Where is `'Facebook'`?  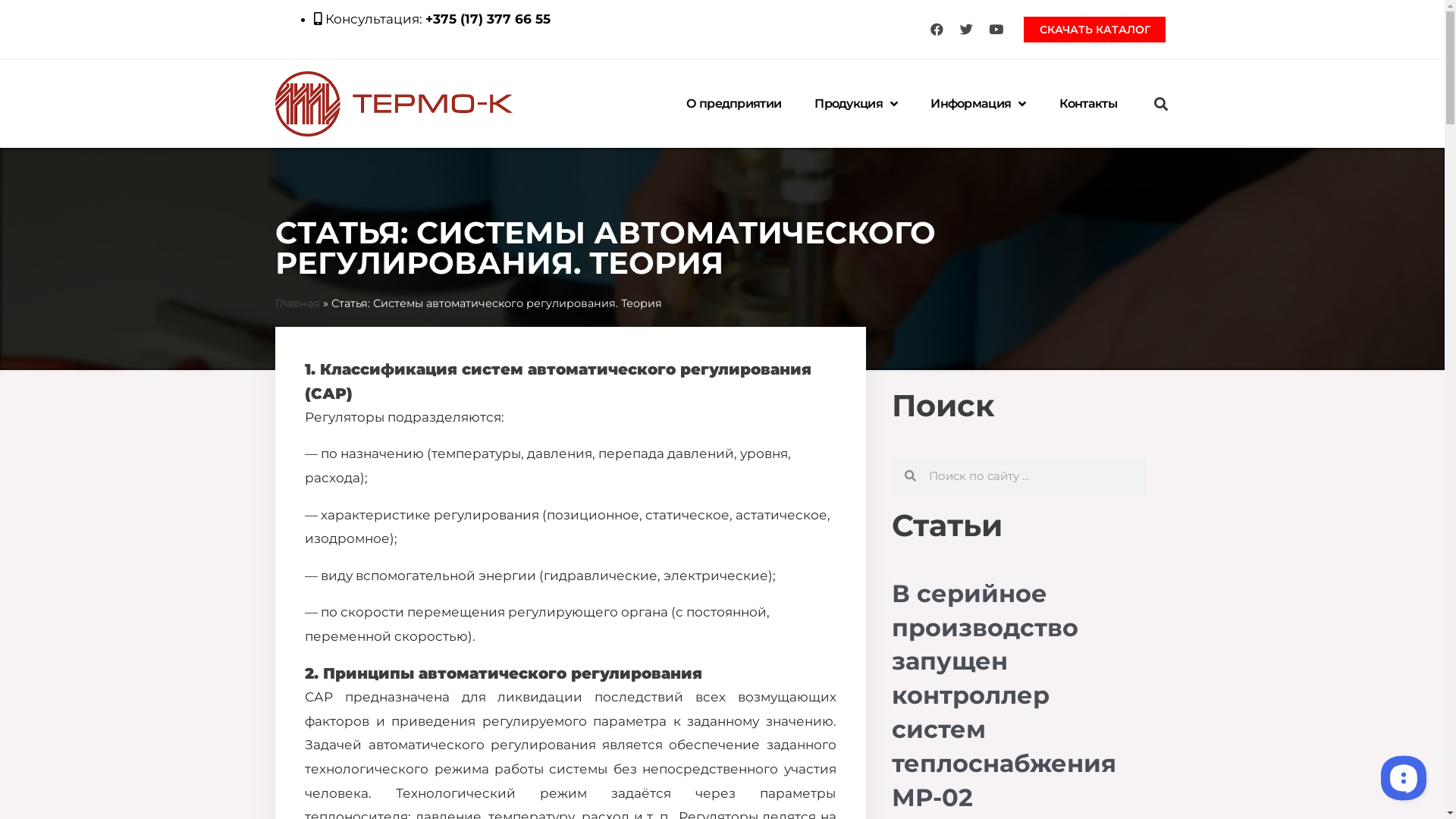 'Facebook' is located at coordinates (935, 29).